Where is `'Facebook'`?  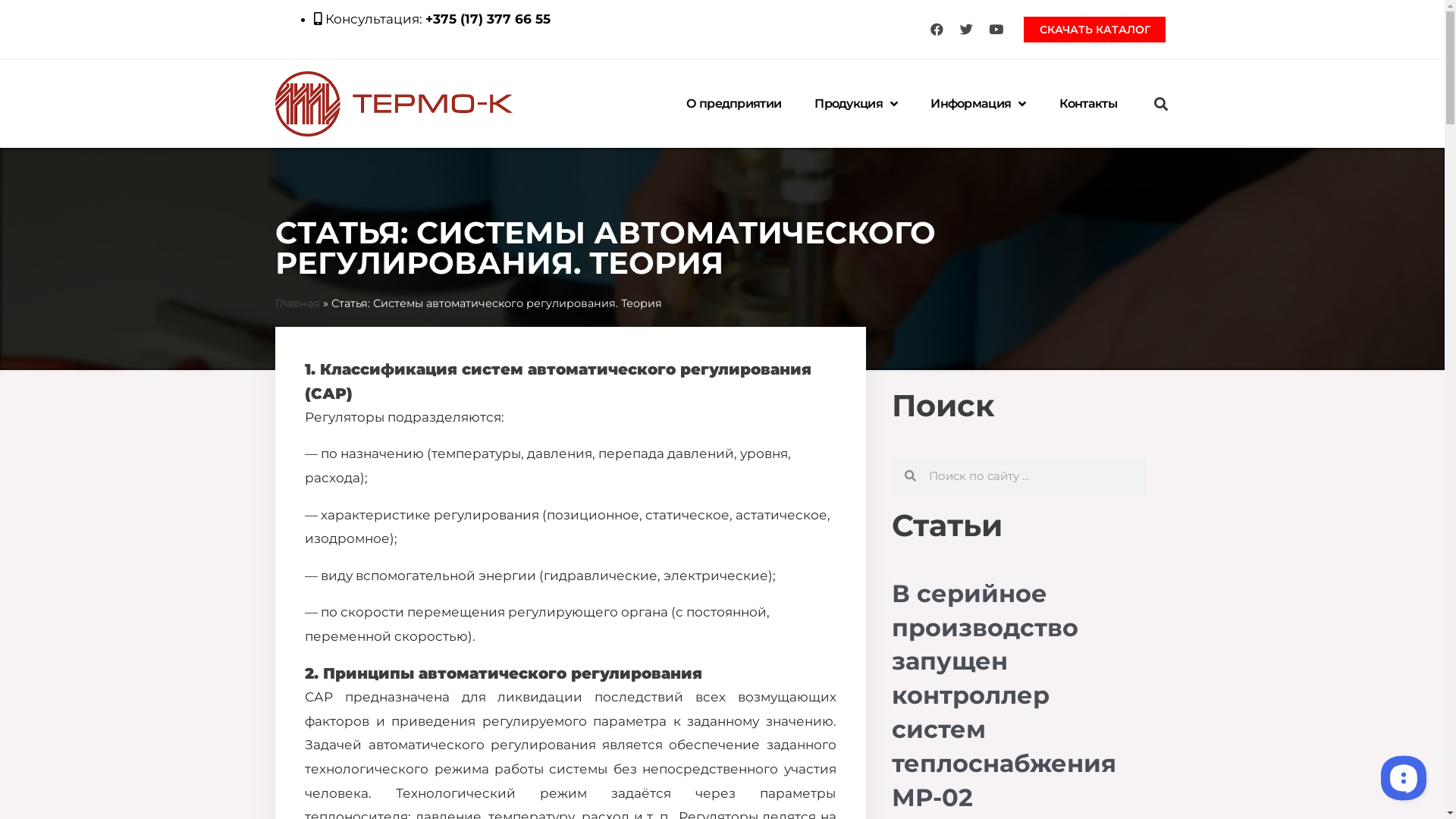 'Facebook' is located at coordinates (935, 29).